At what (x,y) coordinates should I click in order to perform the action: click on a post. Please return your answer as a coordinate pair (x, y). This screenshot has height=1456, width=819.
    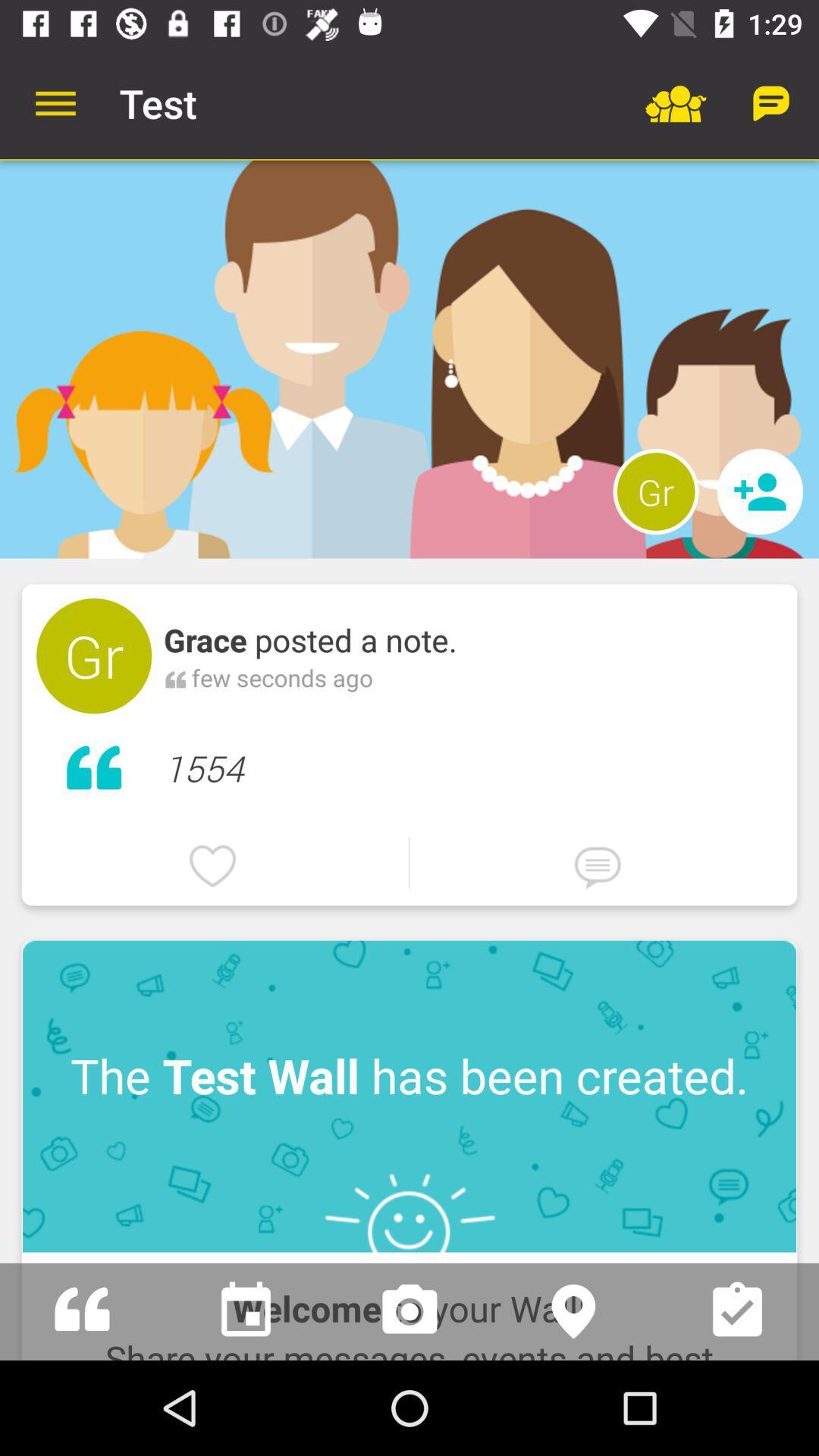
    Looking at the image, I should click on (82, 1310).